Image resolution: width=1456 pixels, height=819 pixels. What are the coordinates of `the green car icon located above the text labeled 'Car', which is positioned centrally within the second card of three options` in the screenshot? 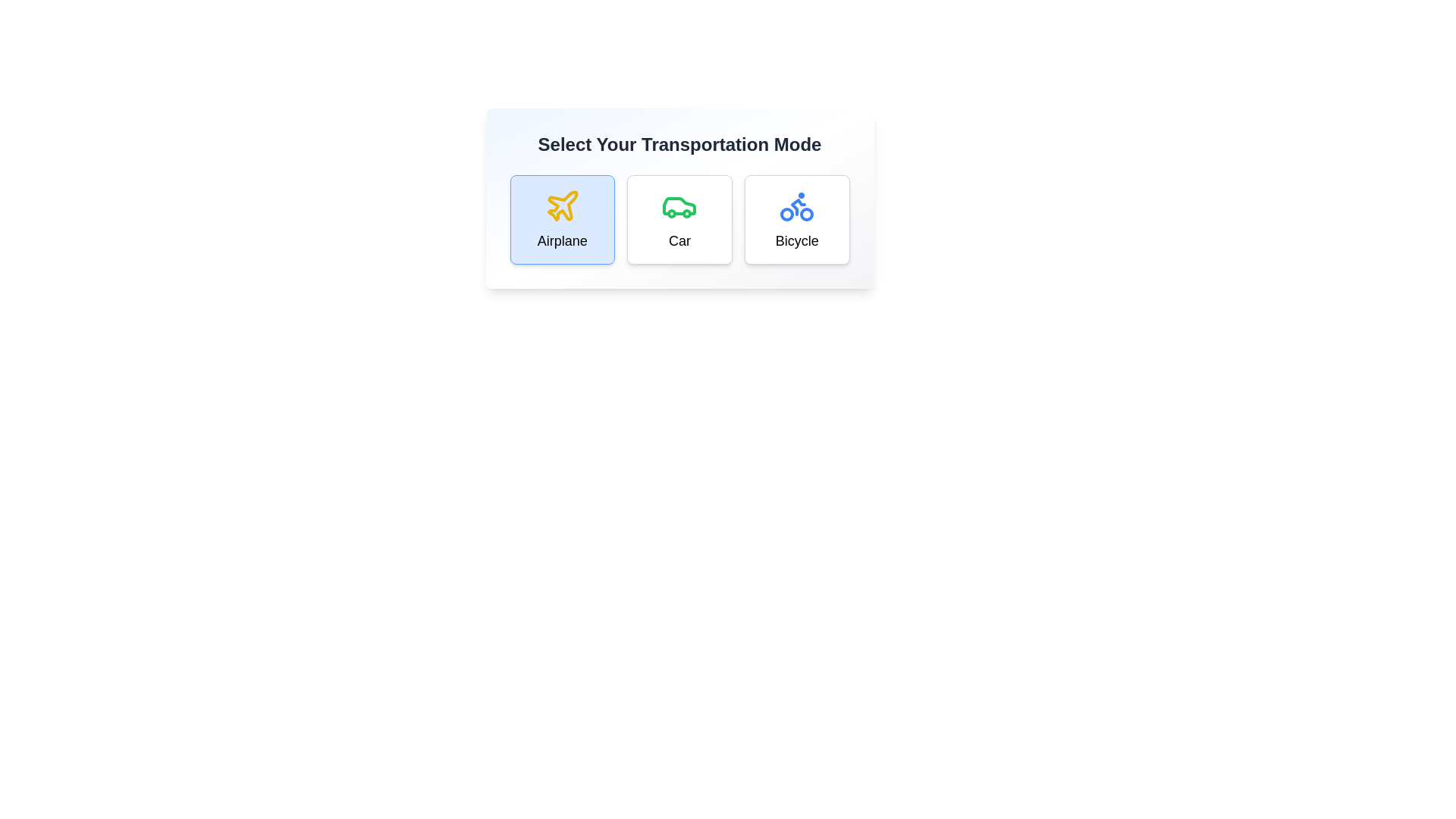 It's located at (679, 206).